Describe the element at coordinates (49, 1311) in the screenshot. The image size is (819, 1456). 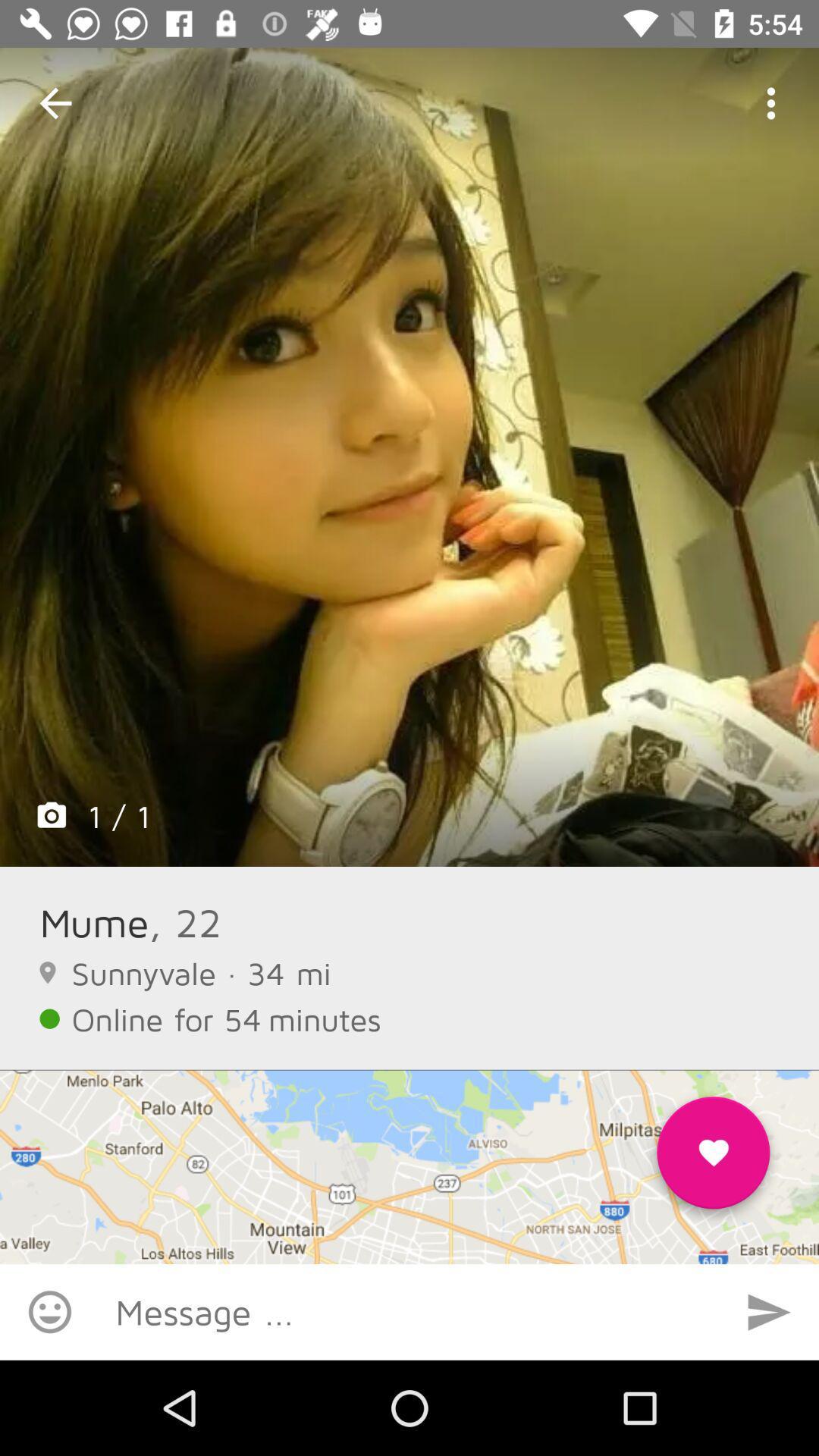
I see `emoji` at that location.